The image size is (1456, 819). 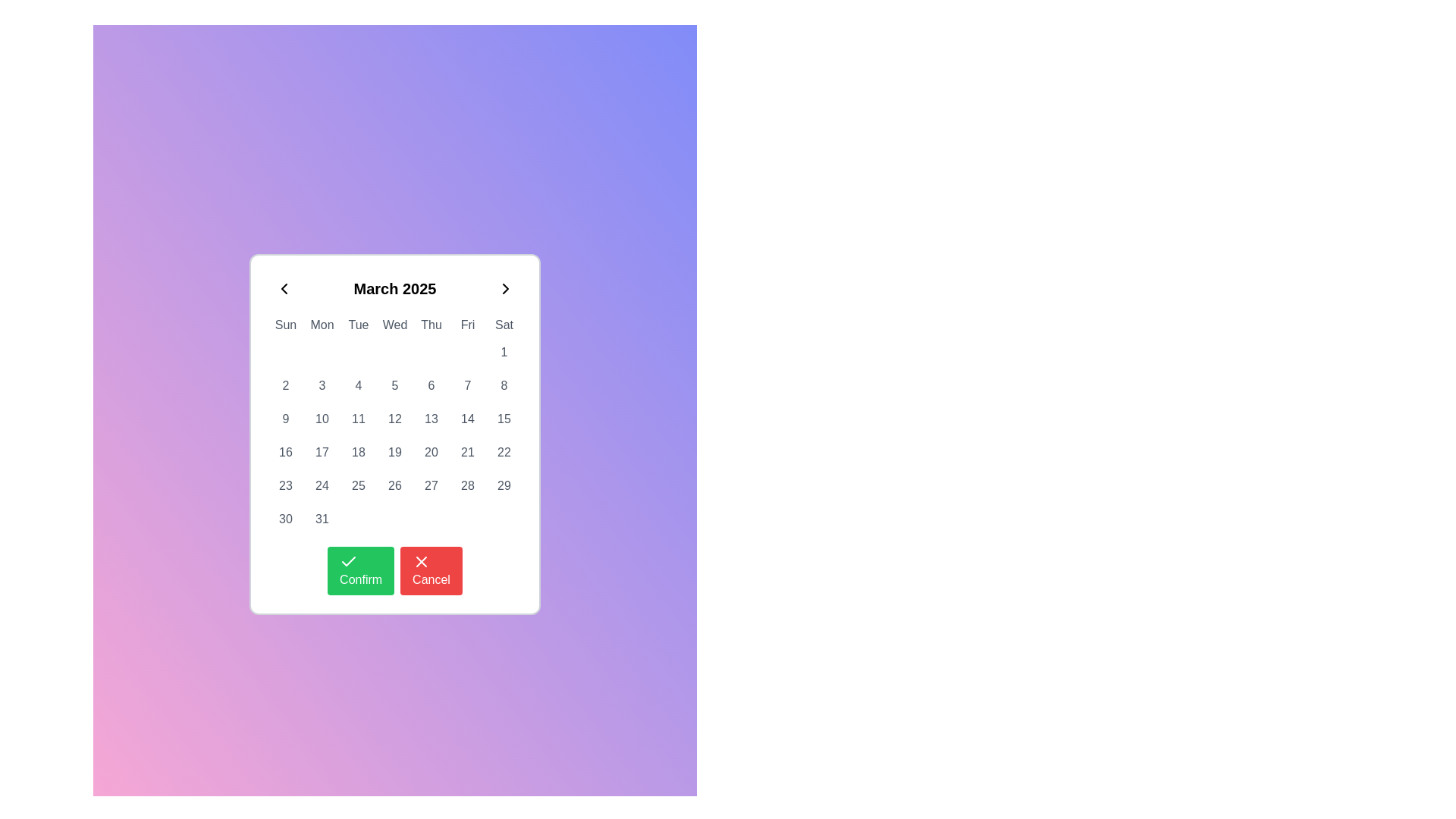 What do you see at coordinates (348, 561) in the screenshot?
I see `the checkmark icon located within the green confirm button at the bottom section of the calendar widget, which indicates a positive action when clicked` at bounding box center [348, 561].